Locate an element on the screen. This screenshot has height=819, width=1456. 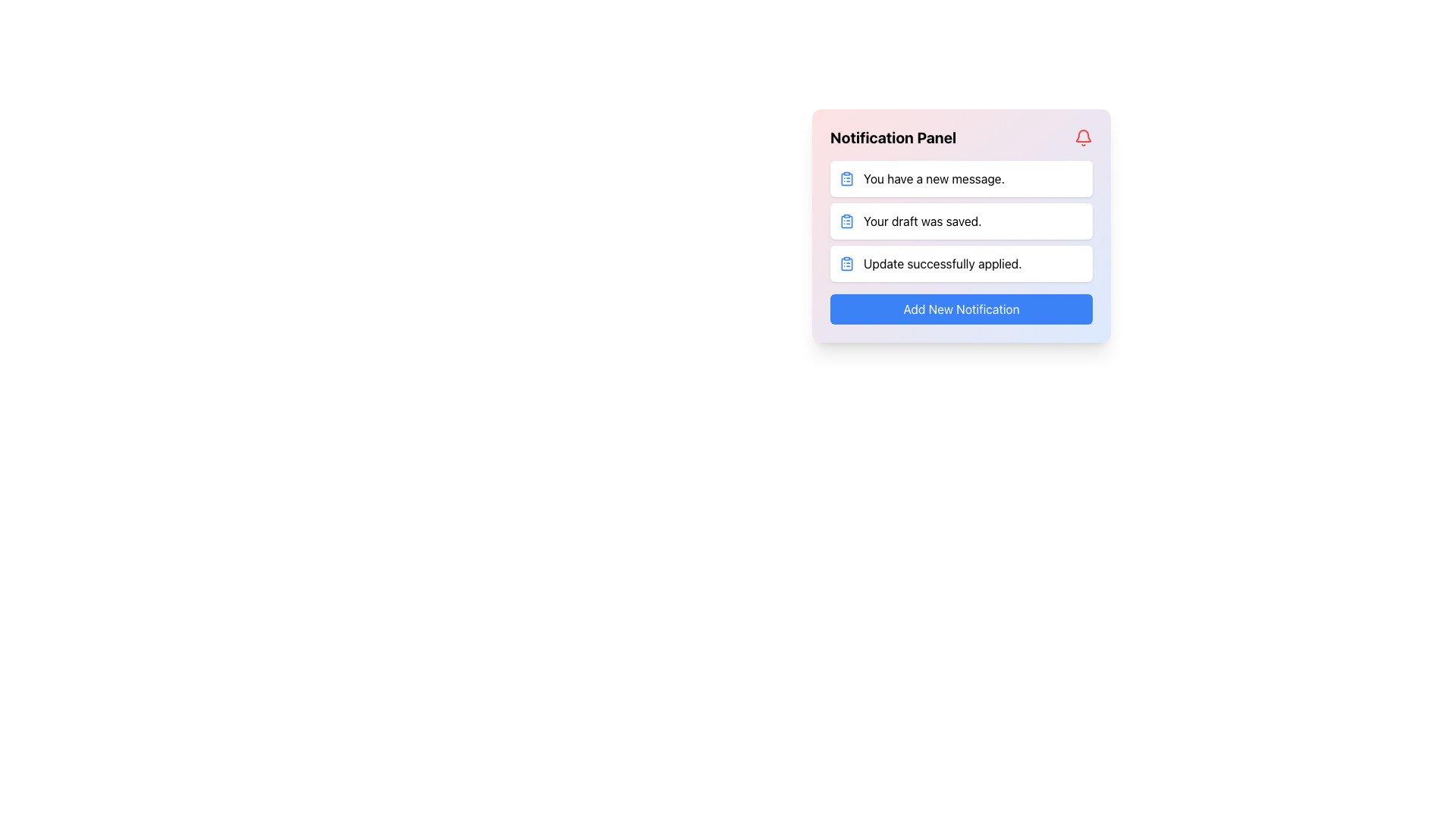
static text display that confirms the user's draft was successfully saved, located in the notification panel between 'You have a new message.' and 'Update successfully applied.' is located at coordinates (921, 221).